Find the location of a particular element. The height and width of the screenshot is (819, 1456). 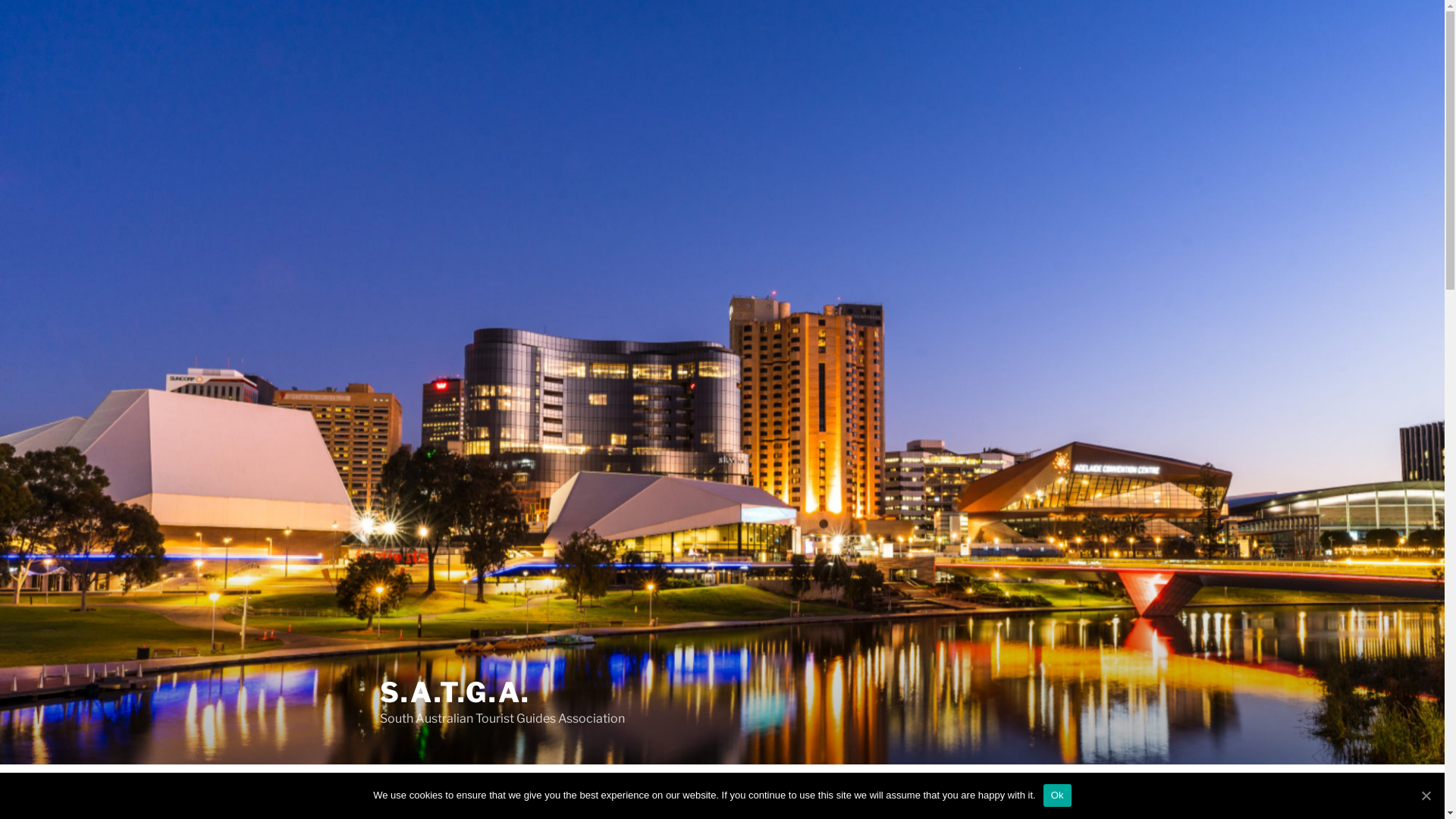

'WELCOME' is located at coordinates (405, 791).